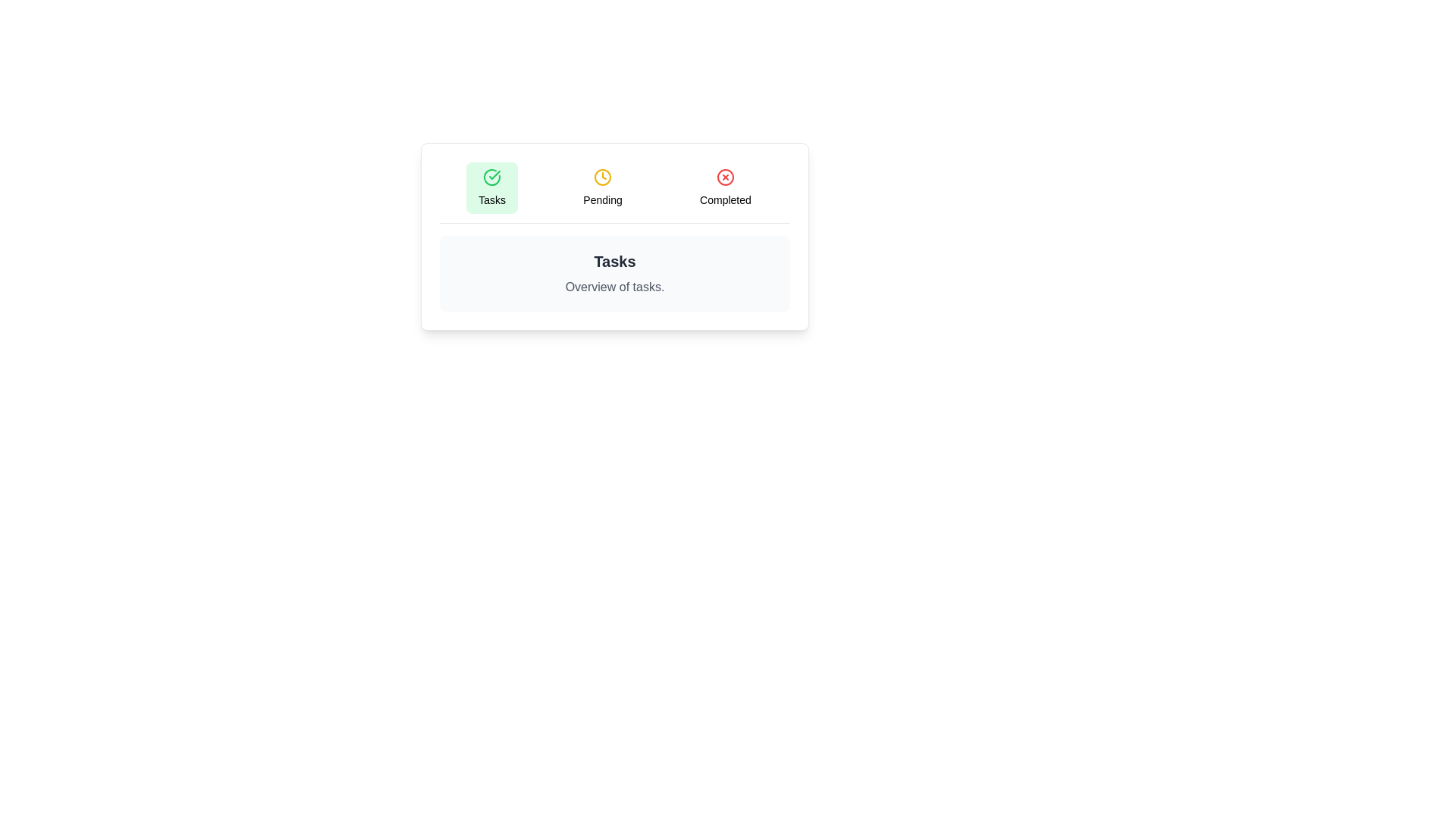  Describe the element at coordinates (492, 187) in the screenshot. I see `the tab labeled Tasks` at that location.